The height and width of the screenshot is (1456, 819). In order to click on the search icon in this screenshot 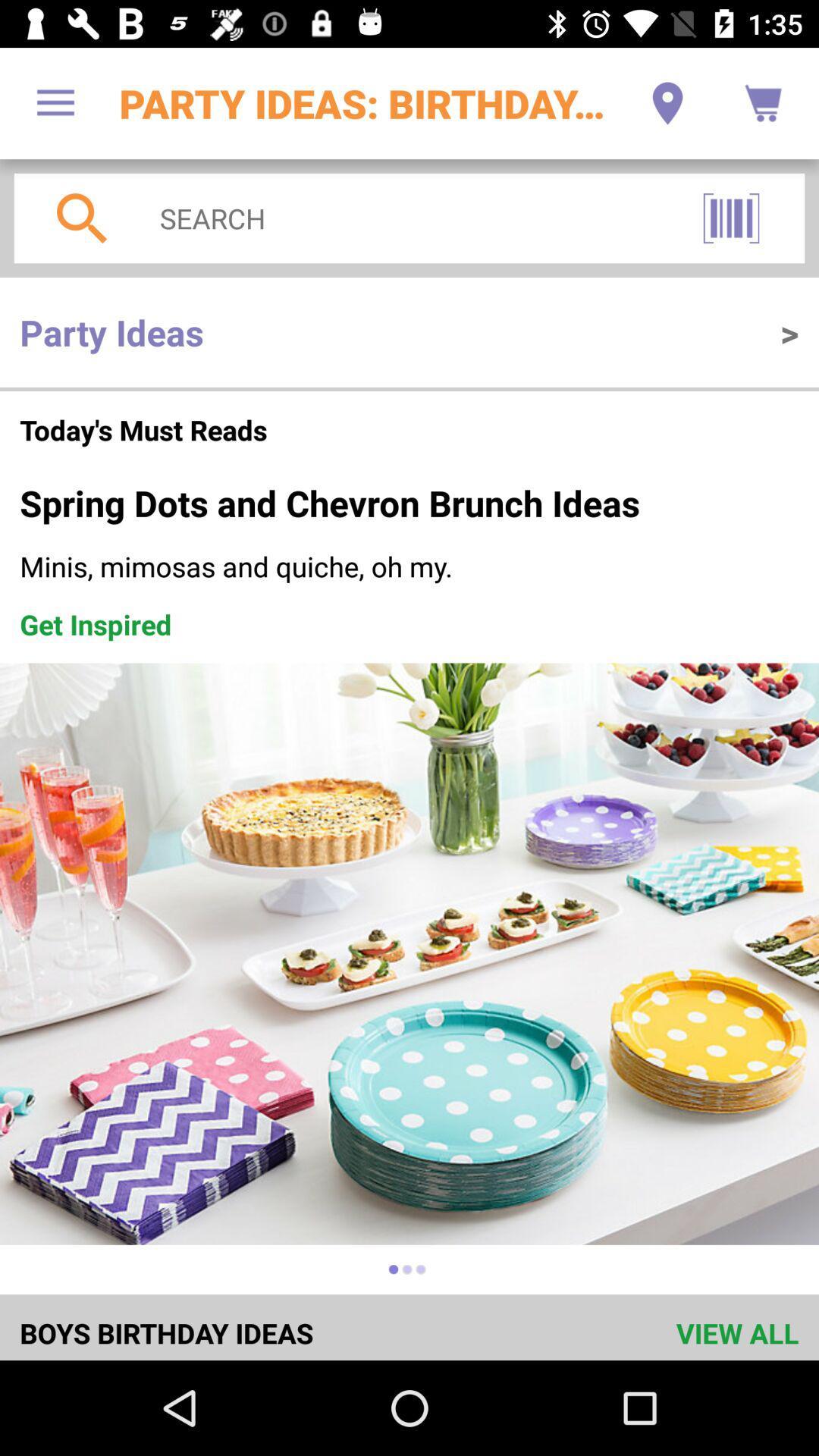, I will do `click(82, 218)`.